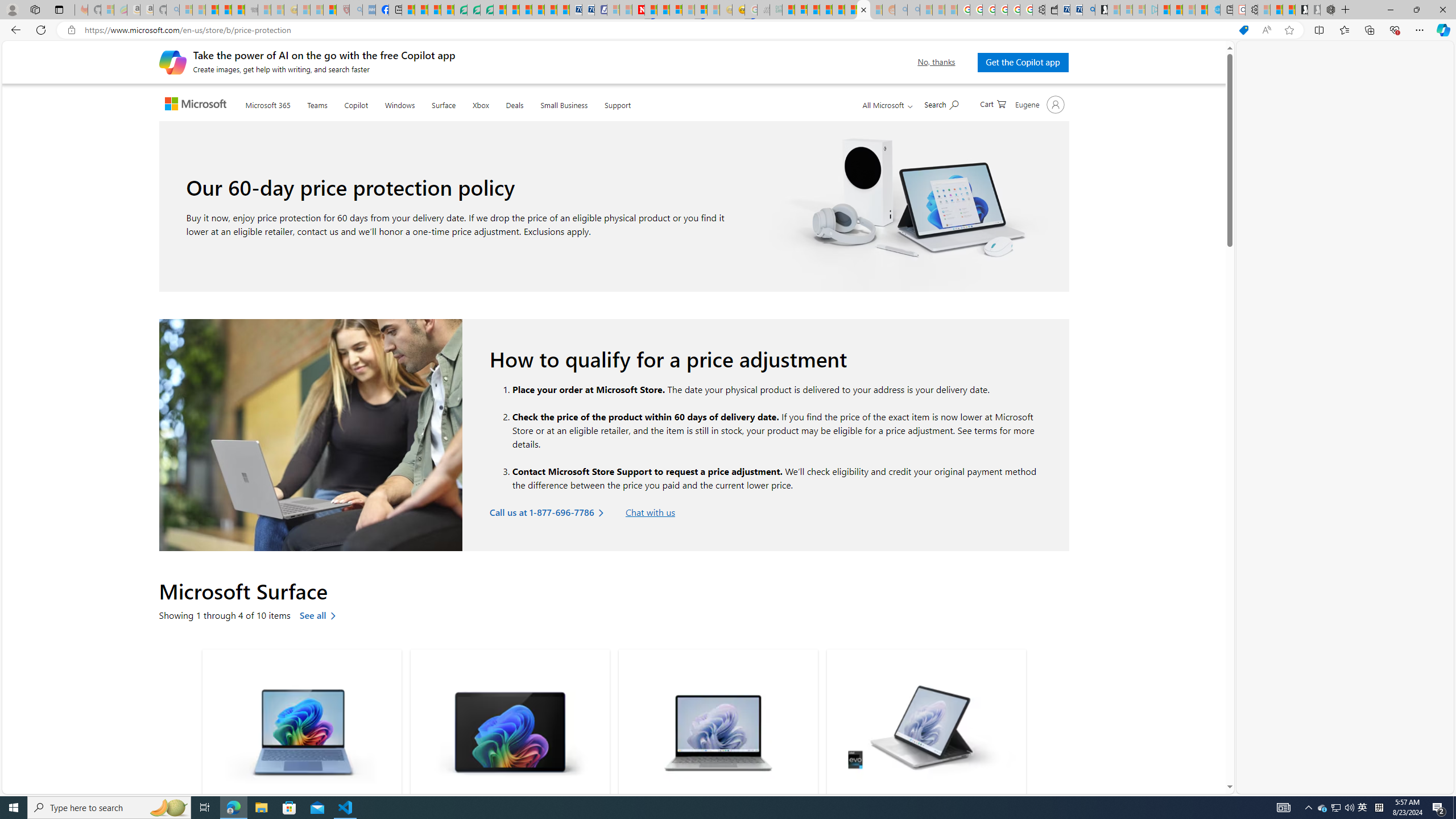 The width and height of the screenshot is (1456, 819). Describe the element at coordinates (487, 9) in the screenshot. I see `'Microsoft Word - consumer-privacy address update 2.2021'` at that location.